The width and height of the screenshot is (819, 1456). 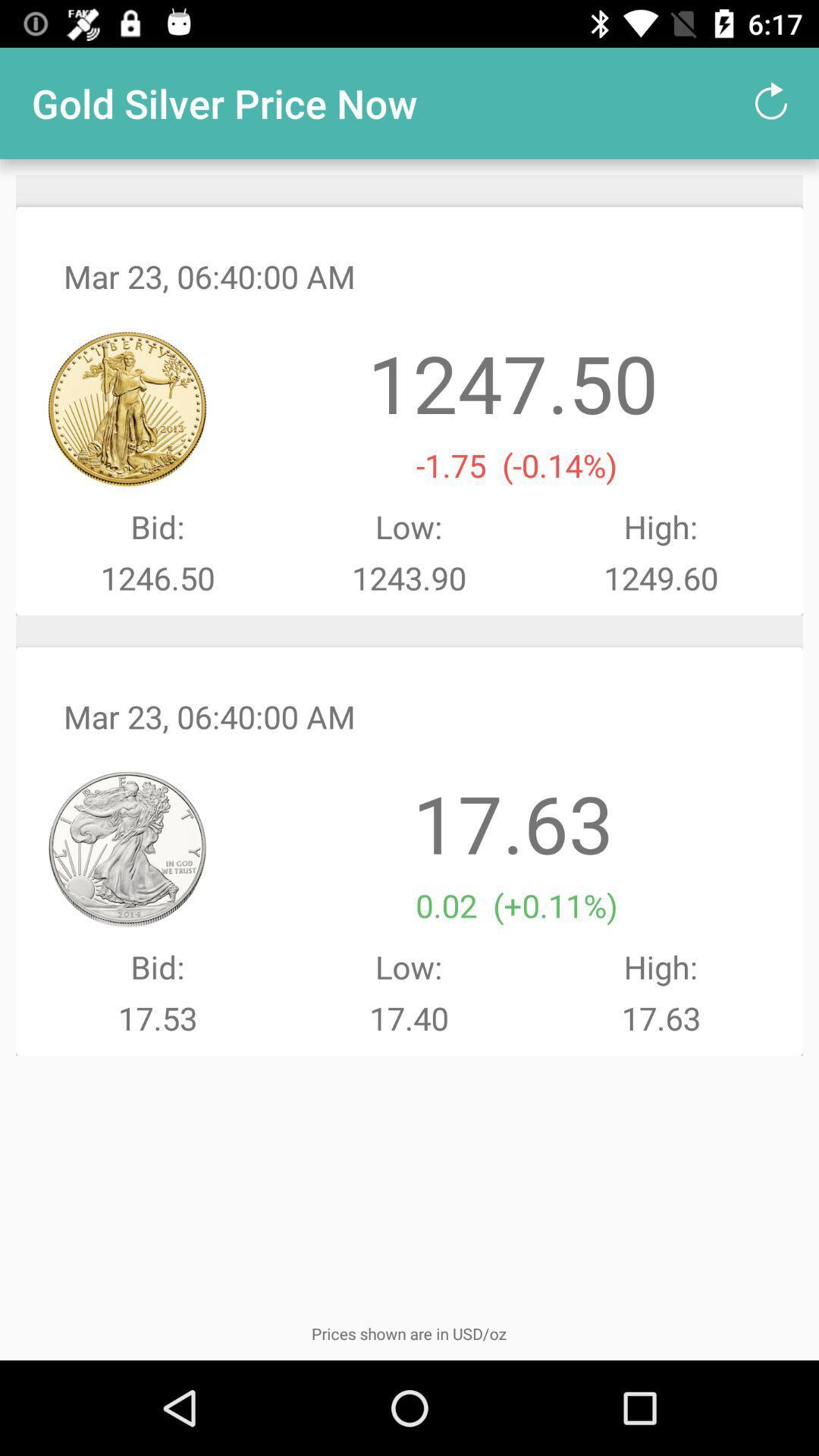 What do you see at coordinates (771, 102) in the screenshot?
I see `refresh prices` at bounding box center [771, 102].